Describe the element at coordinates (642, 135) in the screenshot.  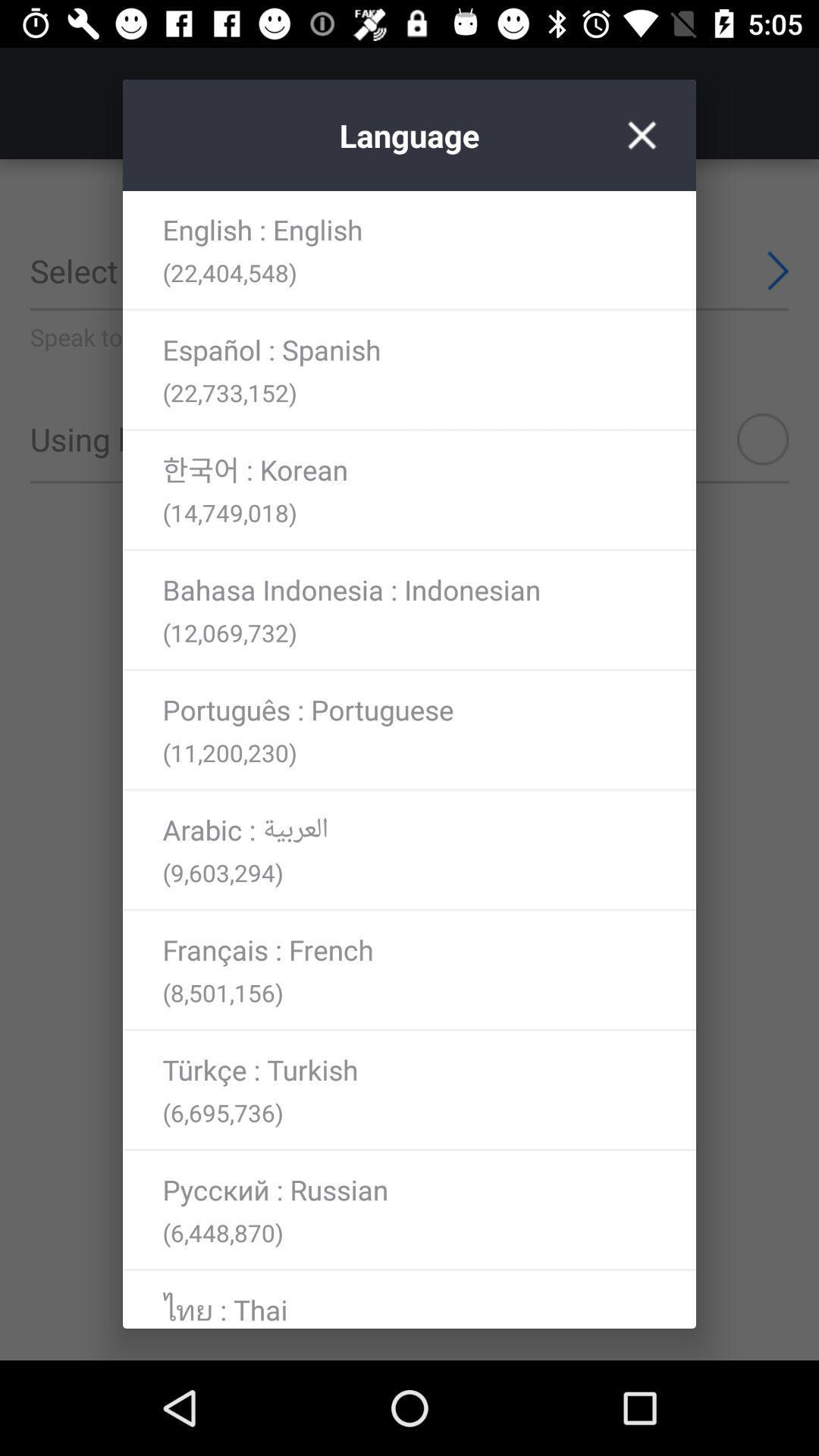
I see `exit the menu` at that location.